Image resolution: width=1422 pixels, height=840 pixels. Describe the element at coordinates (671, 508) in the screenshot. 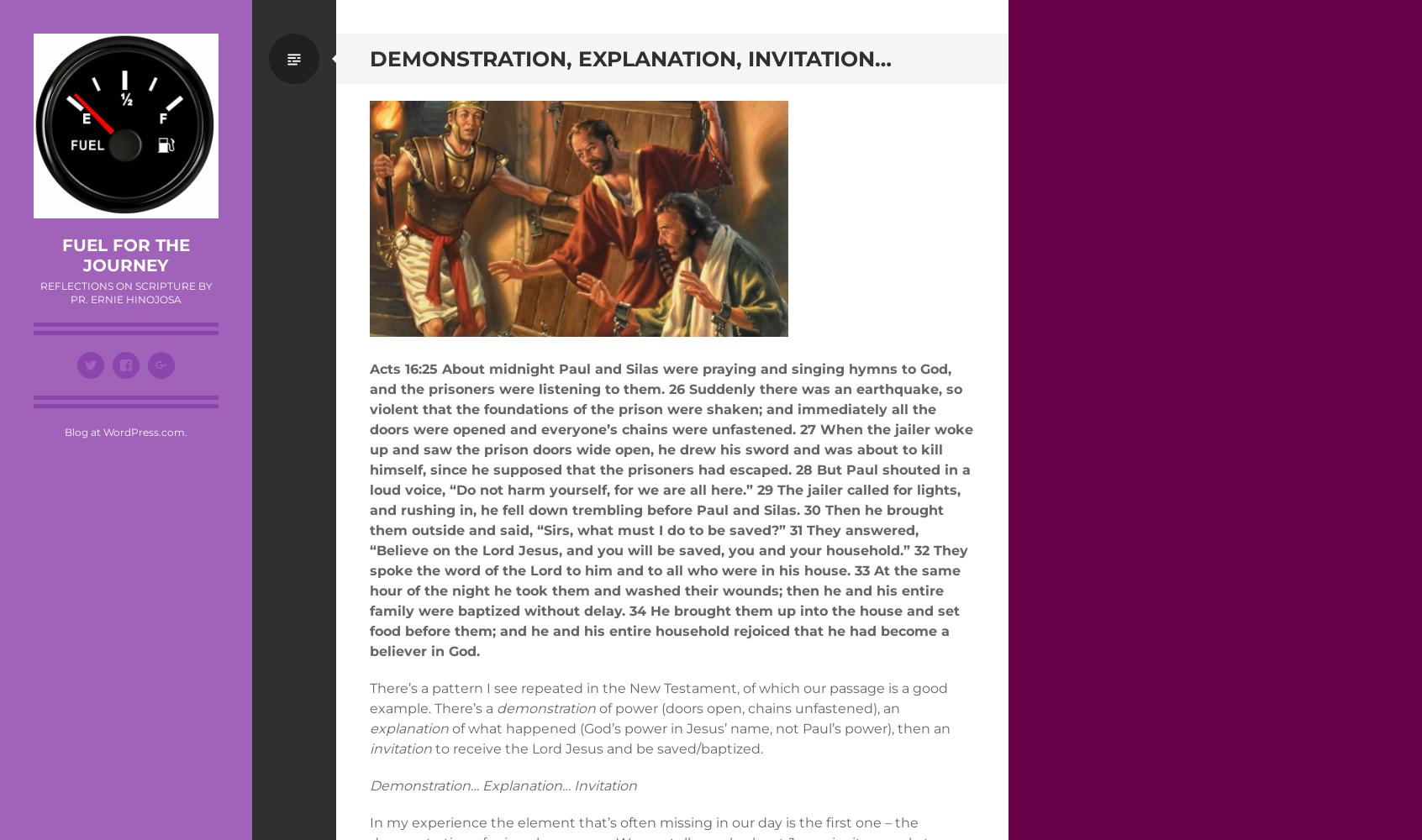

I see `'Acts 16:25 About midnight Paul and Silas were praying and singing hymns to God, and the prisoners were listening to them. 26 Suddenly there was an earthquake, so violent that the foundations of the prison were shaken; and immediately all the doors were opened and everyone’s chains were unfastened. 27 When the jailer woke up and saw the prison doors wide open, he drew his sword and was about to kill himself, since he supposed that the prisoners had escaped. 28 But Paul shouted in a loud voice, “Do not harm yourself, for we are all here.” 29 The jailer called for lights, and rushing in, he fell down trembling before Paul and Silas. 30 Then he brought them outside and said, “Sirs, what must I do to be saved?” 31 They answered, “Believe on the Lord Jesus, and you will be saved, you and your household.” 32 They spoke the word of the Lord to him and to all who were in his house. 33 At the same hour of the night he took them and washed their wounds; then he and his entire family were baptized without delay. 34 He brought them up into the house and set food before them; and he and his entire household rejoiced that he had become a believer in God.'` at that location.